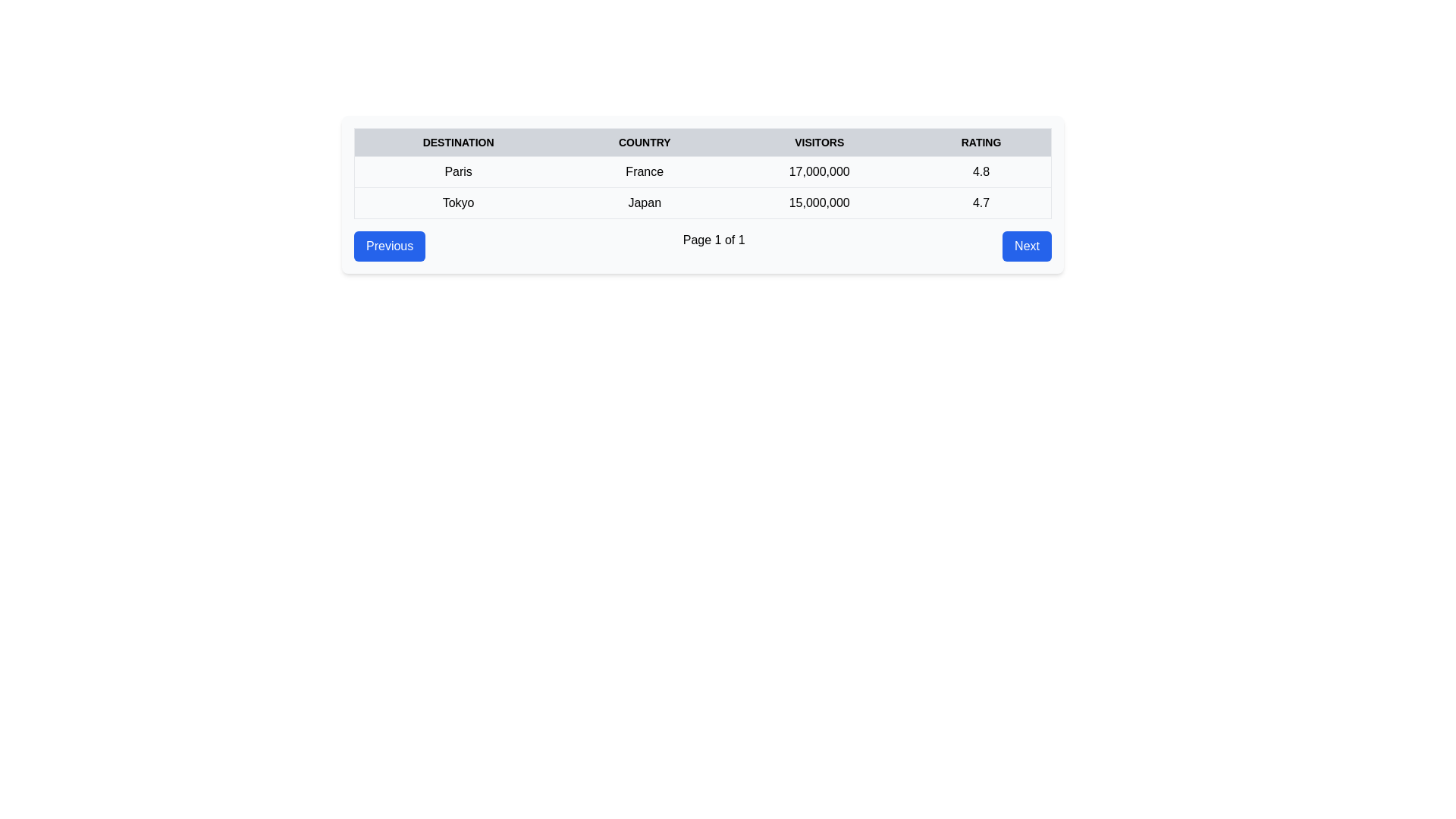 Image resolution: width=1456 pixels, height=819 pixels. What do you see at coordinates (457, 143) in the screenshot?
I see `the first column header in the table that indicates destinations` at bounding box center [457, 143].